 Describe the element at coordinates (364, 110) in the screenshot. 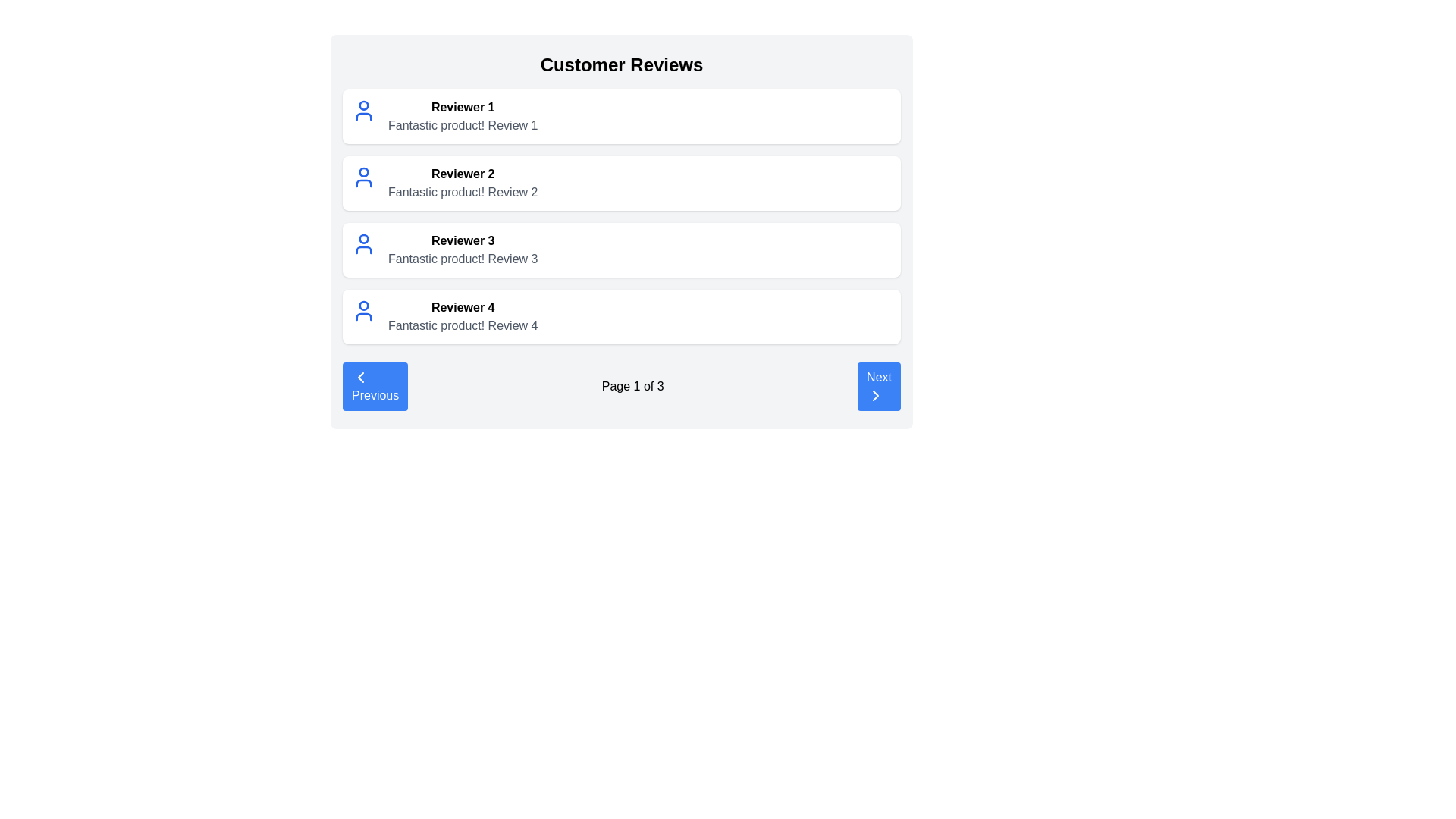

I see `the Decorative Icon located to the left of 'Reviewer 1' in the topmost review tile, which serves as a visual representation without interactive functionality` at that location.